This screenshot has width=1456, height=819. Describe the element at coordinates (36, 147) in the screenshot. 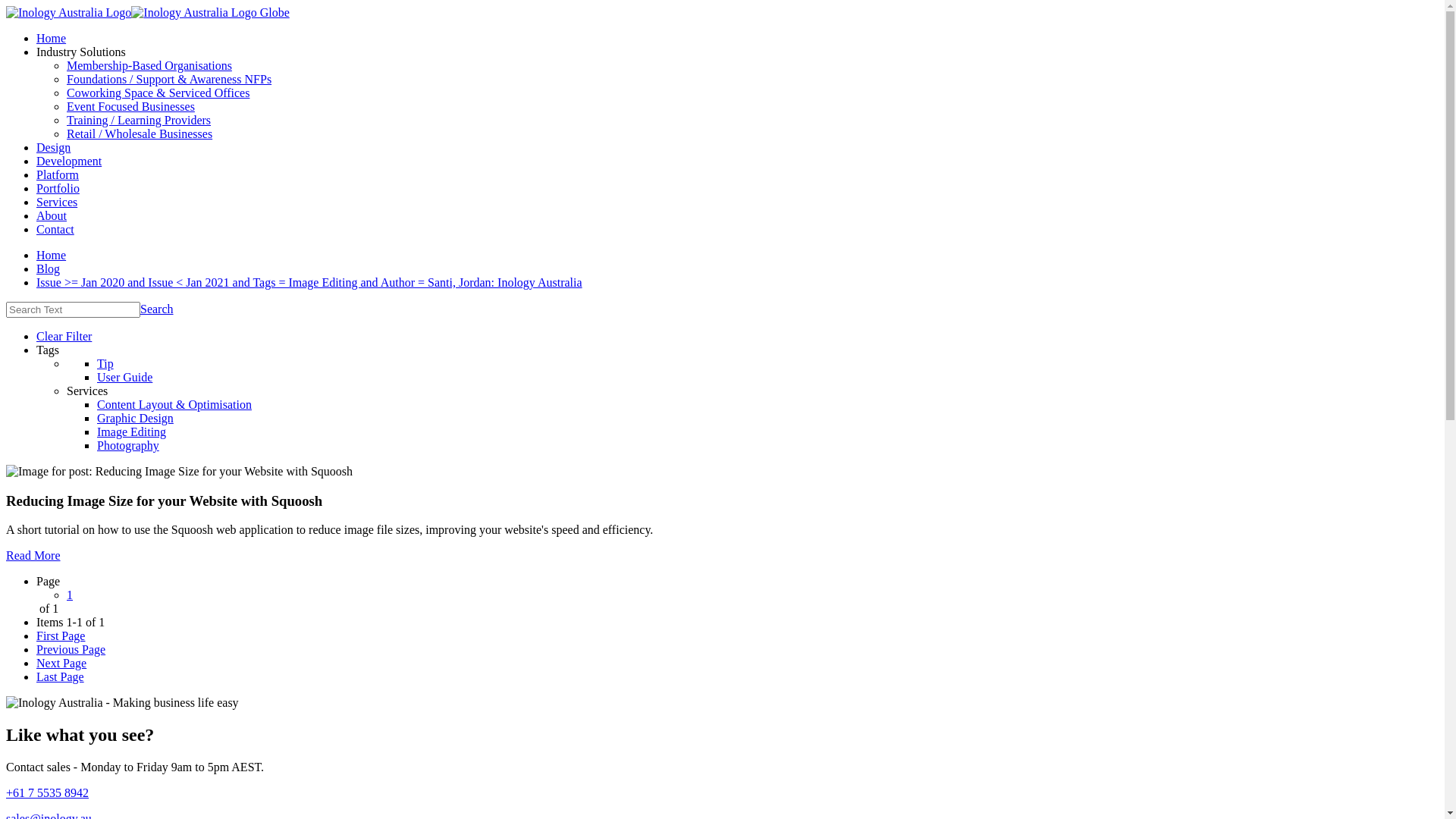

I see `'Design'` at that location.